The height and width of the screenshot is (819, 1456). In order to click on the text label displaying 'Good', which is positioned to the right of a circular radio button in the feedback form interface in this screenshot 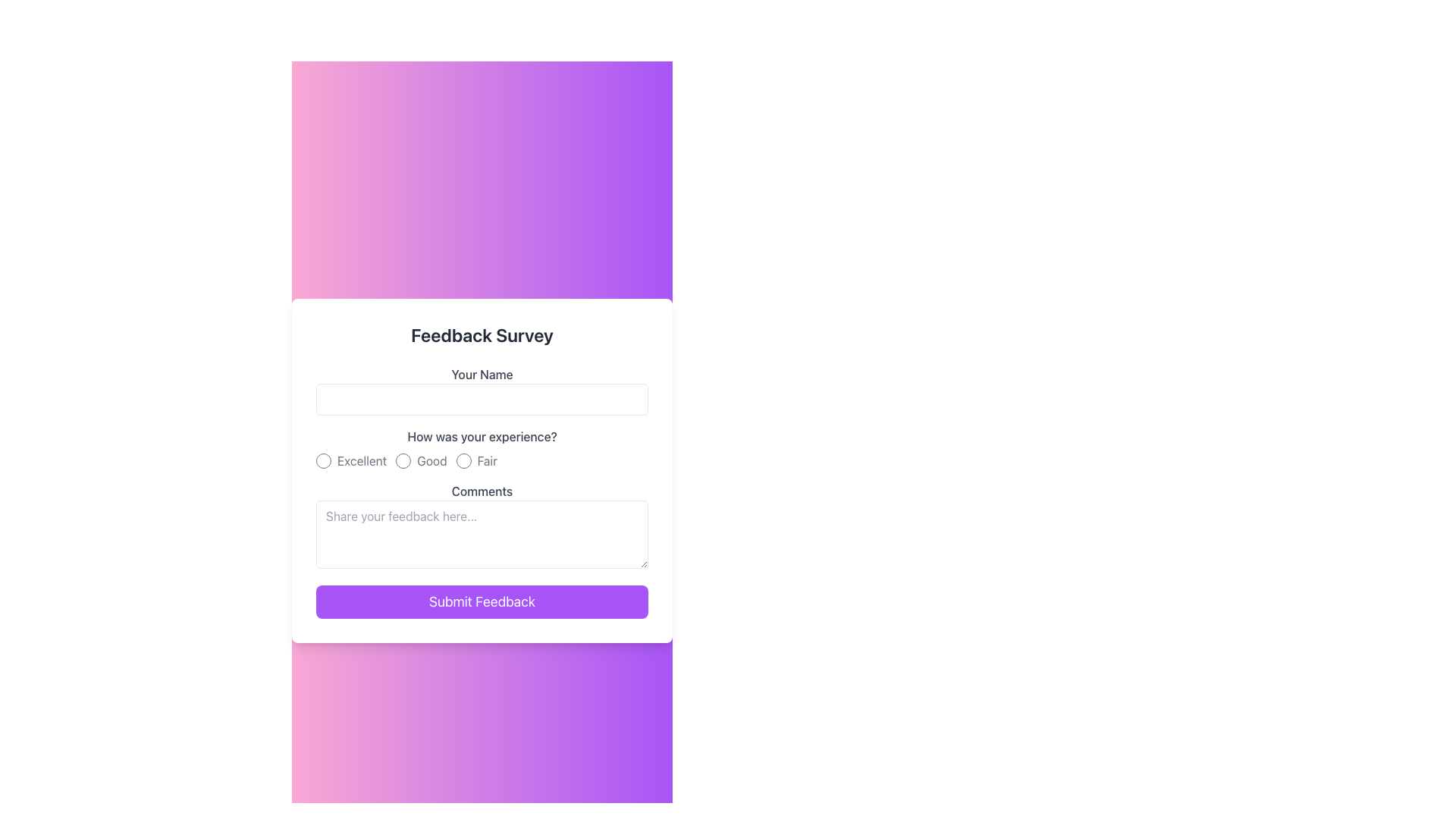, I will do `click(431, 460)`.